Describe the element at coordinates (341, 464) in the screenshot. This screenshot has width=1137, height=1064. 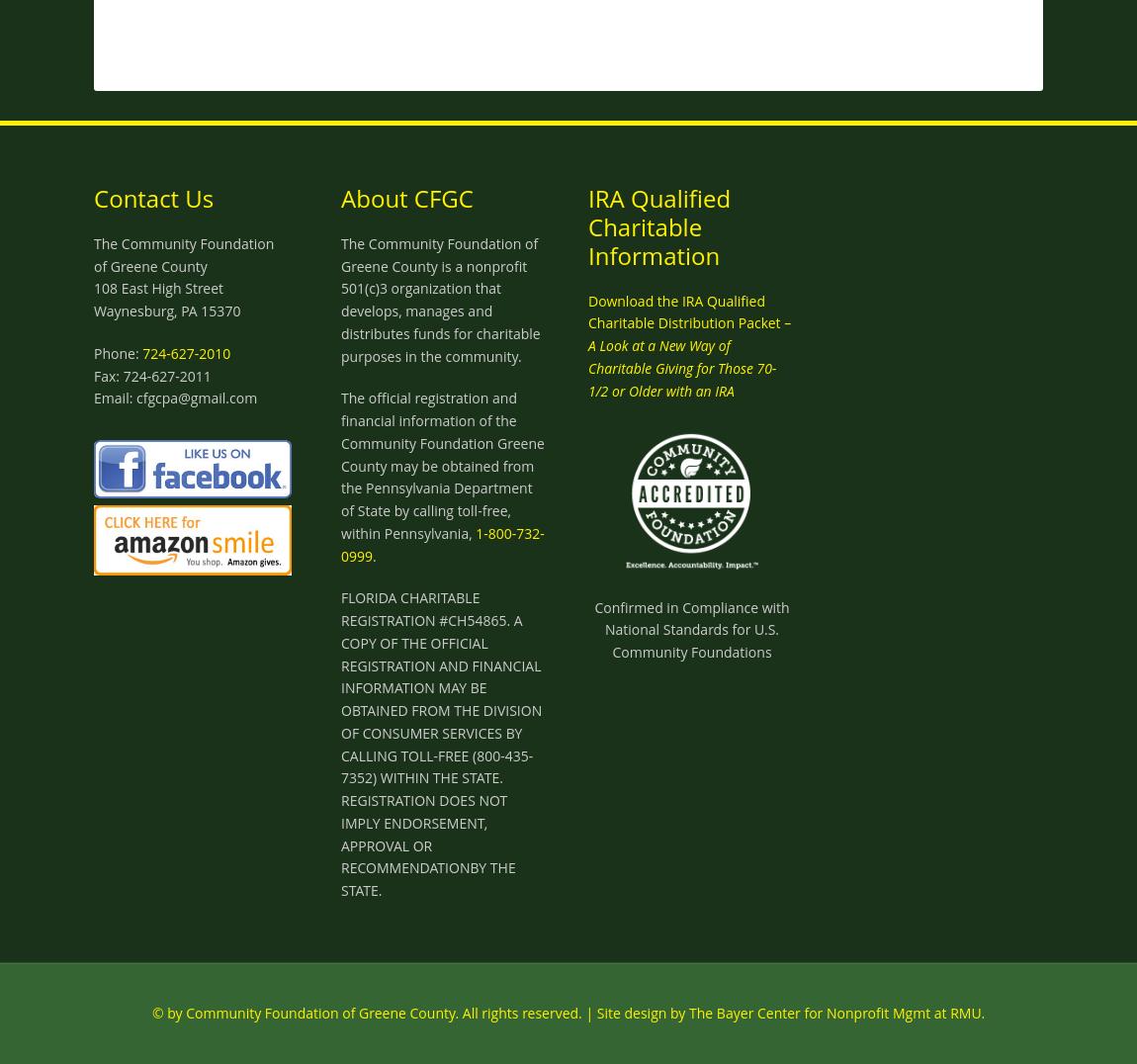
I see `'The official registration and financial information of the Community Foundation Greene County may be obtained from the Pennsylvania Department of State by calling toll-free, within Pennsylvania,'` at that location.